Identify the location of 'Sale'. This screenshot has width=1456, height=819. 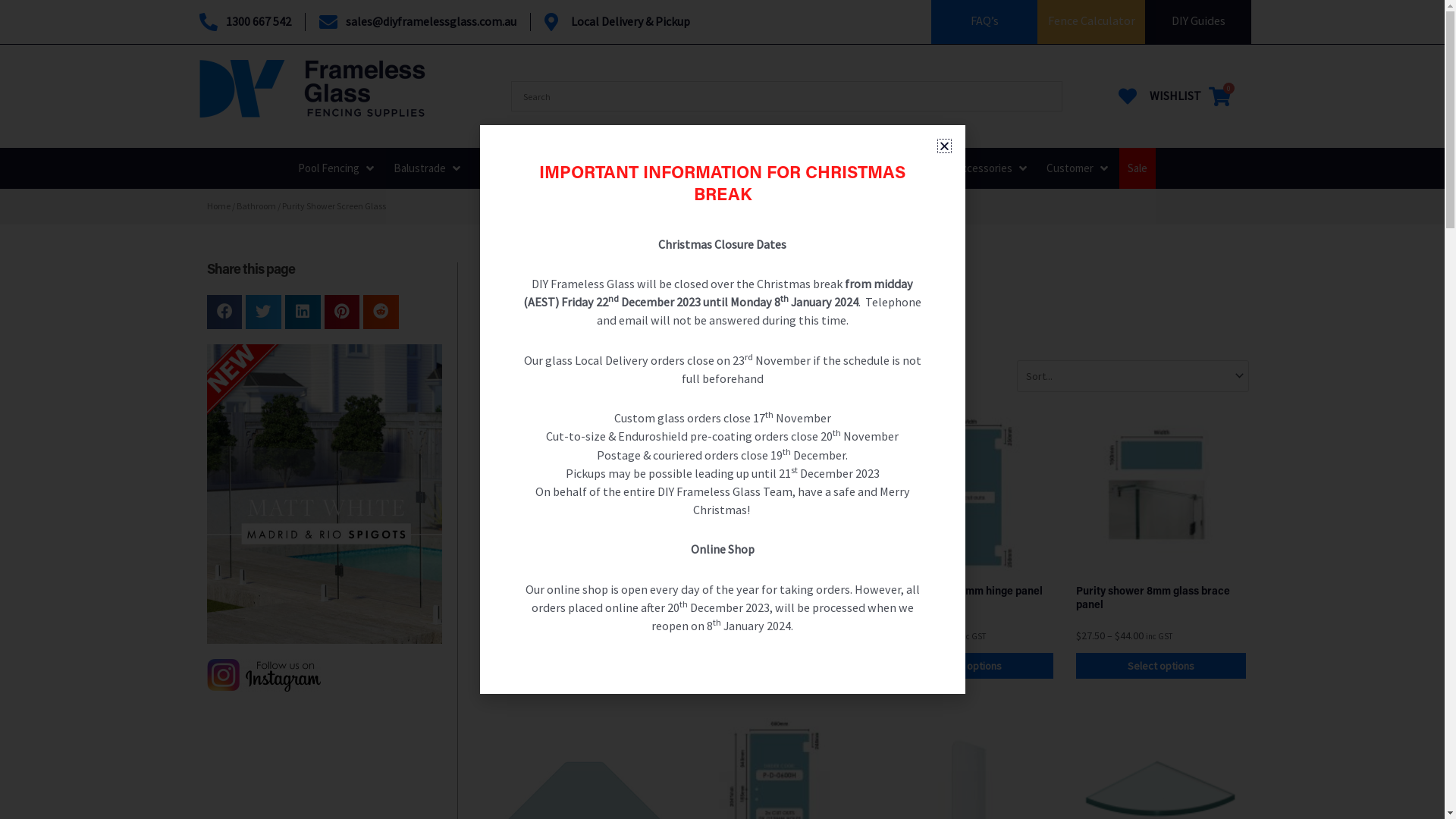
(1136, 168).